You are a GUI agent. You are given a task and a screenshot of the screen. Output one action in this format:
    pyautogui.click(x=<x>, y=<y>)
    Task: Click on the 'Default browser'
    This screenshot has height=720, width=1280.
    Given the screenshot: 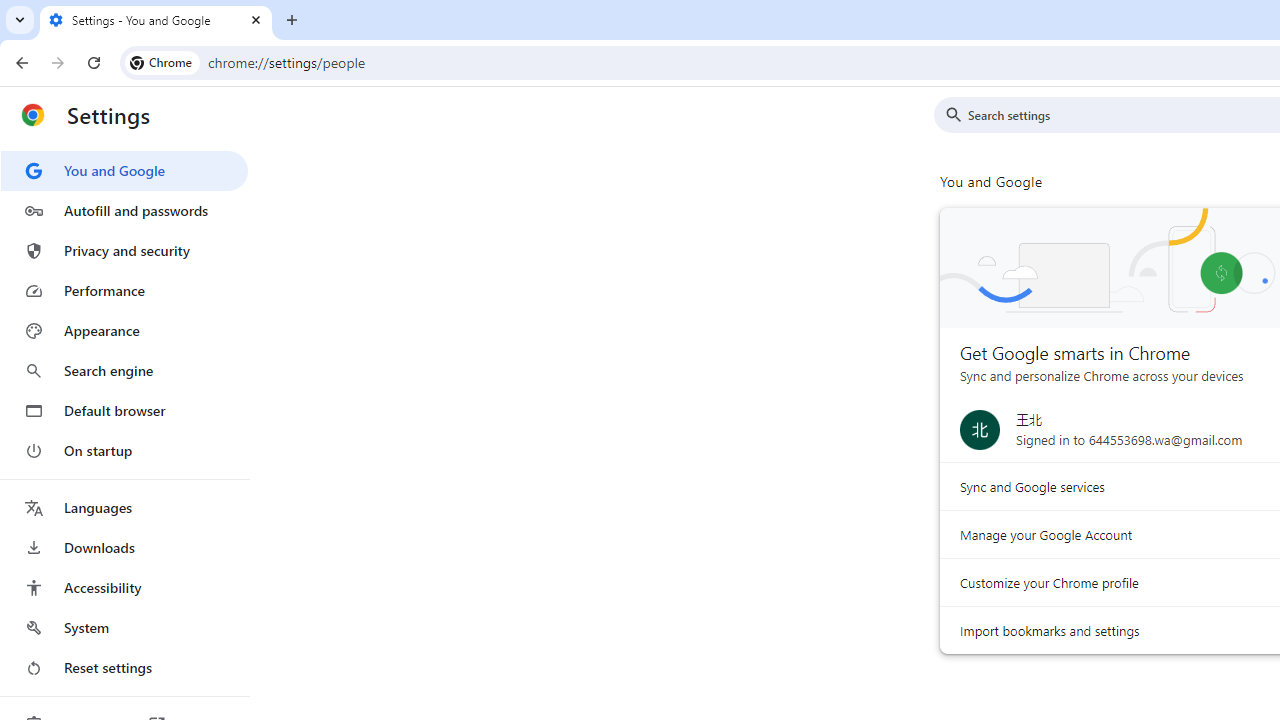 What is the action you would take?
    pyautogui.click(x=123, y=410)
    